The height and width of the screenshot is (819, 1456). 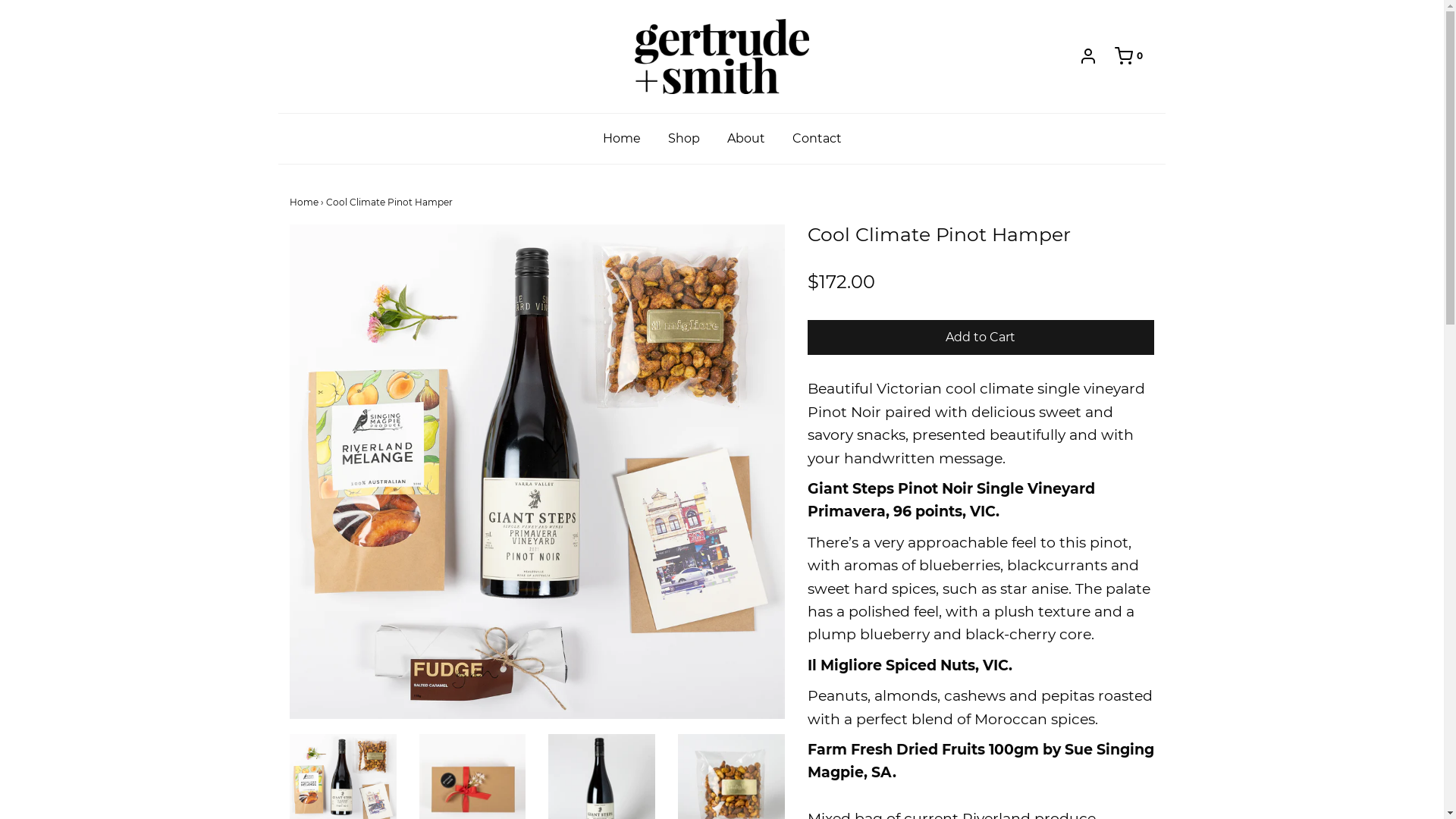 I want to click on 'Shop', so click(x=683, y=138).